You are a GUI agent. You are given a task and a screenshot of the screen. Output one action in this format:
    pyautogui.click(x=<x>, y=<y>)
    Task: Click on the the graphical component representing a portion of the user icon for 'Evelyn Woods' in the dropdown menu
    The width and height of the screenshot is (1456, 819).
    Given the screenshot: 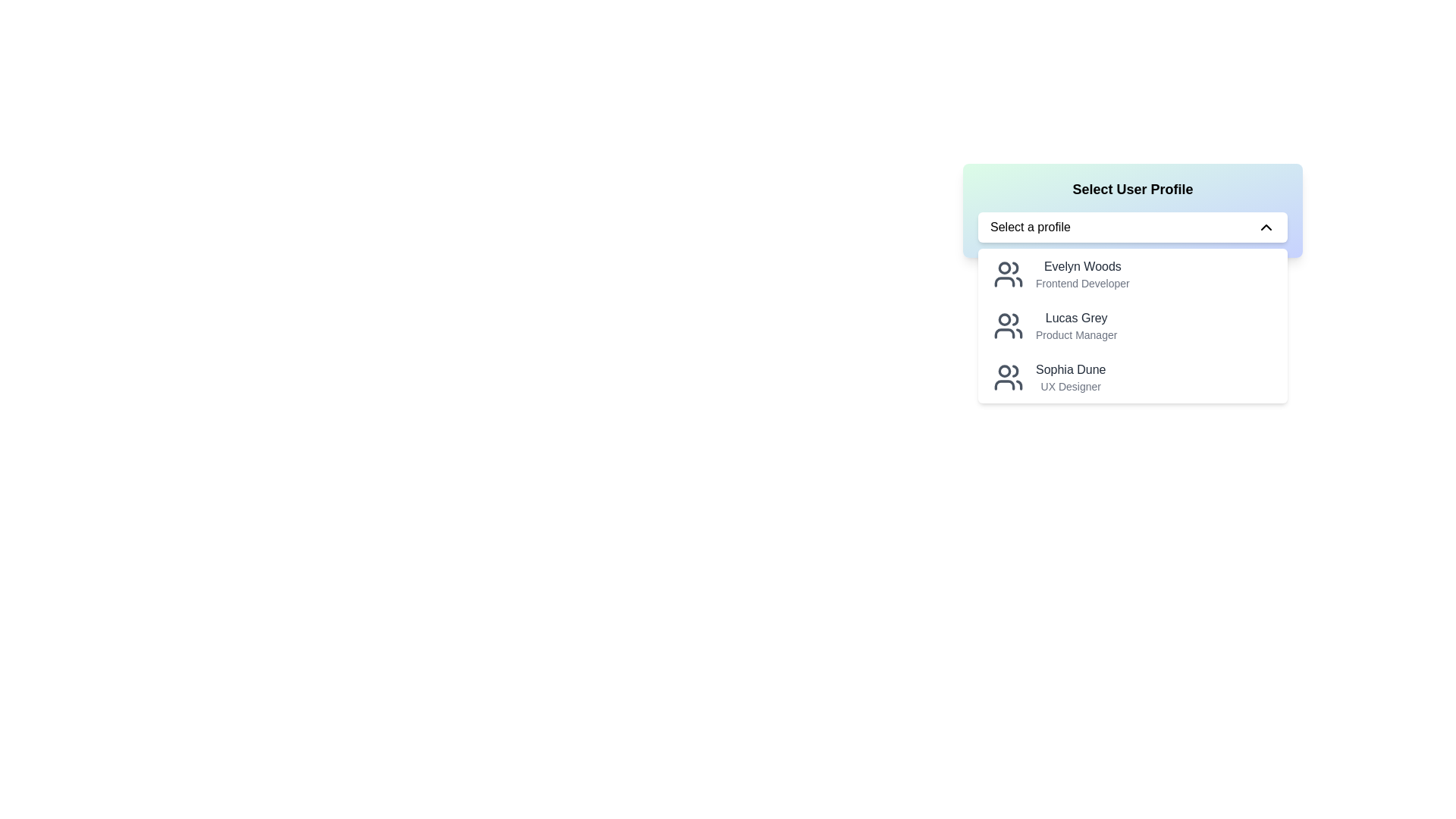 What is the action you would take?
    pyautogui.click(x=1015, y=267)
    